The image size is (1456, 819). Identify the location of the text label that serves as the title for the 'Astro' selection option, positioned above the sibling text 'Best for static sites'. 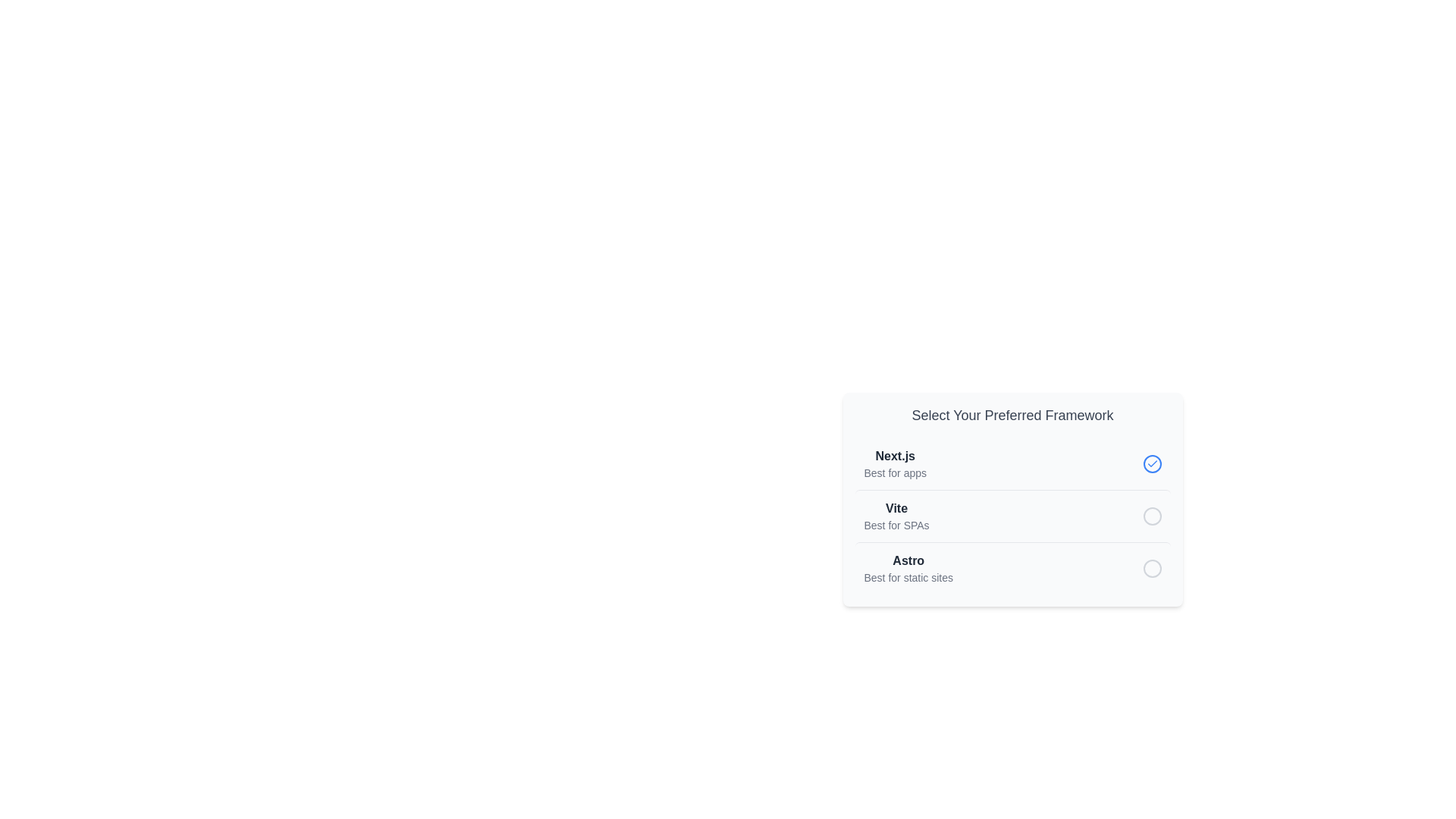
(908, 561).